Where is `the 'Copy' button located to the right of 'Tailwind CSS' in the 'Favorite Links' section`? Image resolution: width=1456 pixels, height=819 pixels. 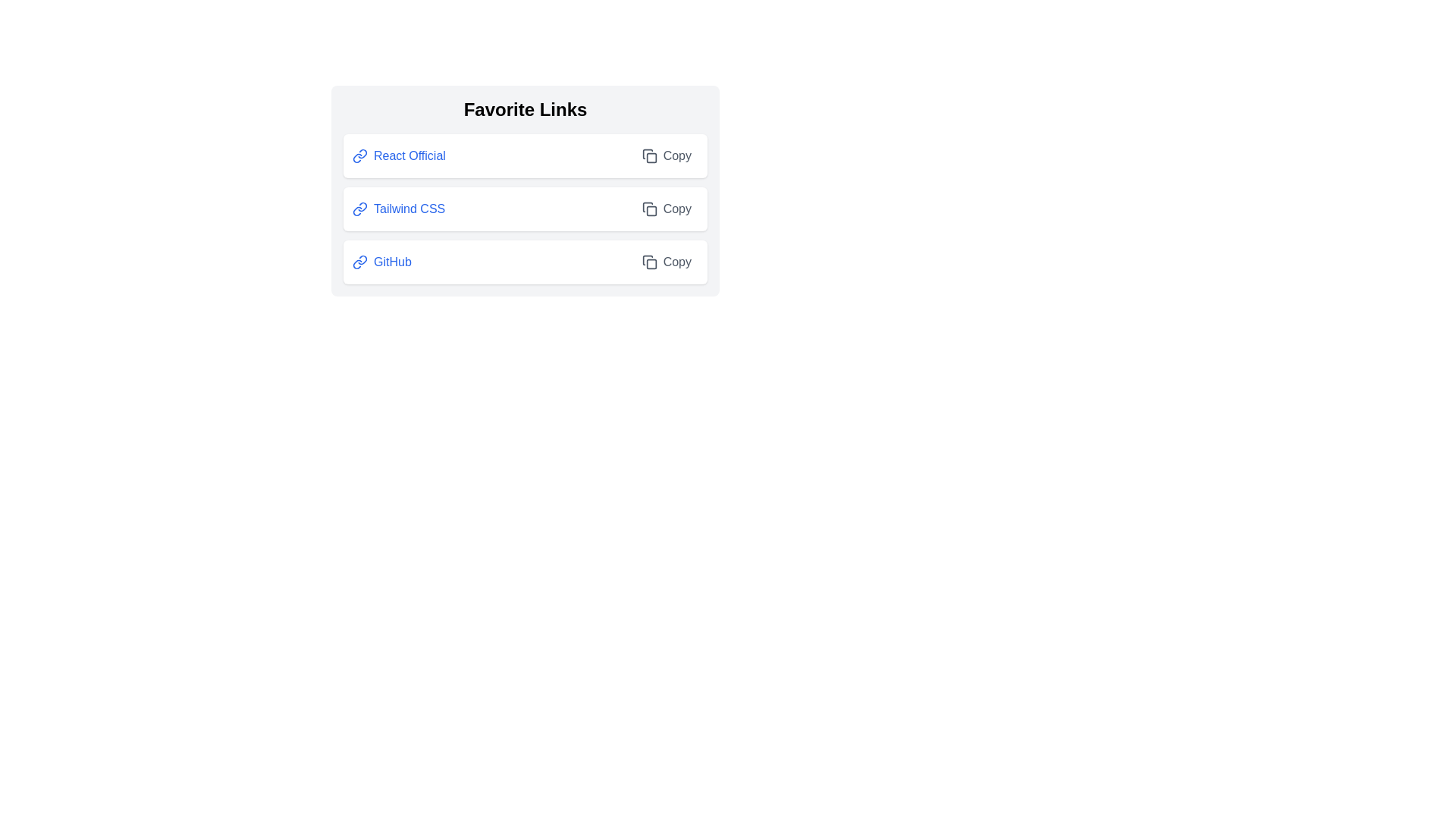 the 'Copy' button located to the right of 'Tailwind CSS' in the 'Favorite Links' section is located at coordinates (667, 209).